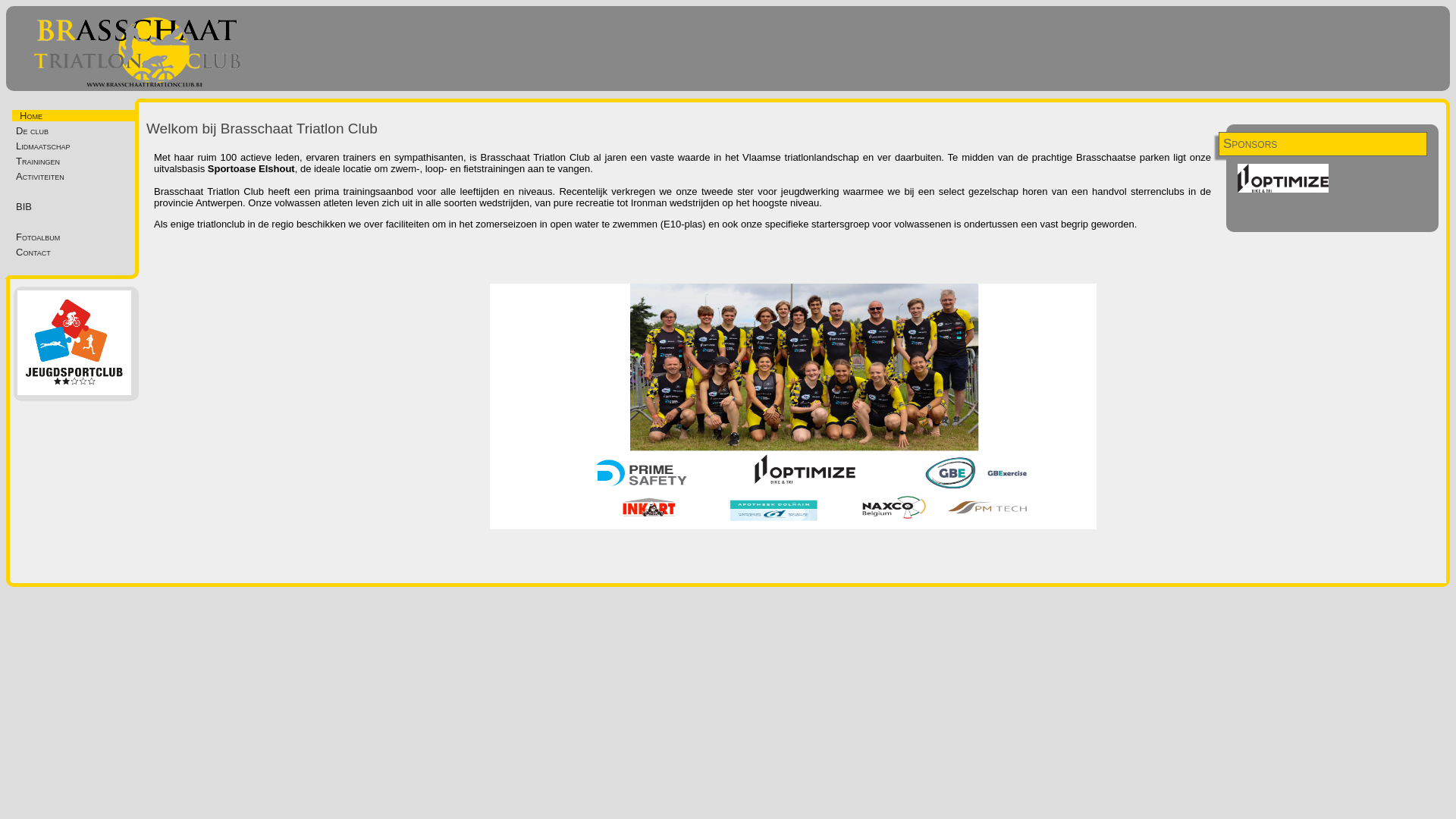  I want to click on 'Trainingen', so click(11, 161).